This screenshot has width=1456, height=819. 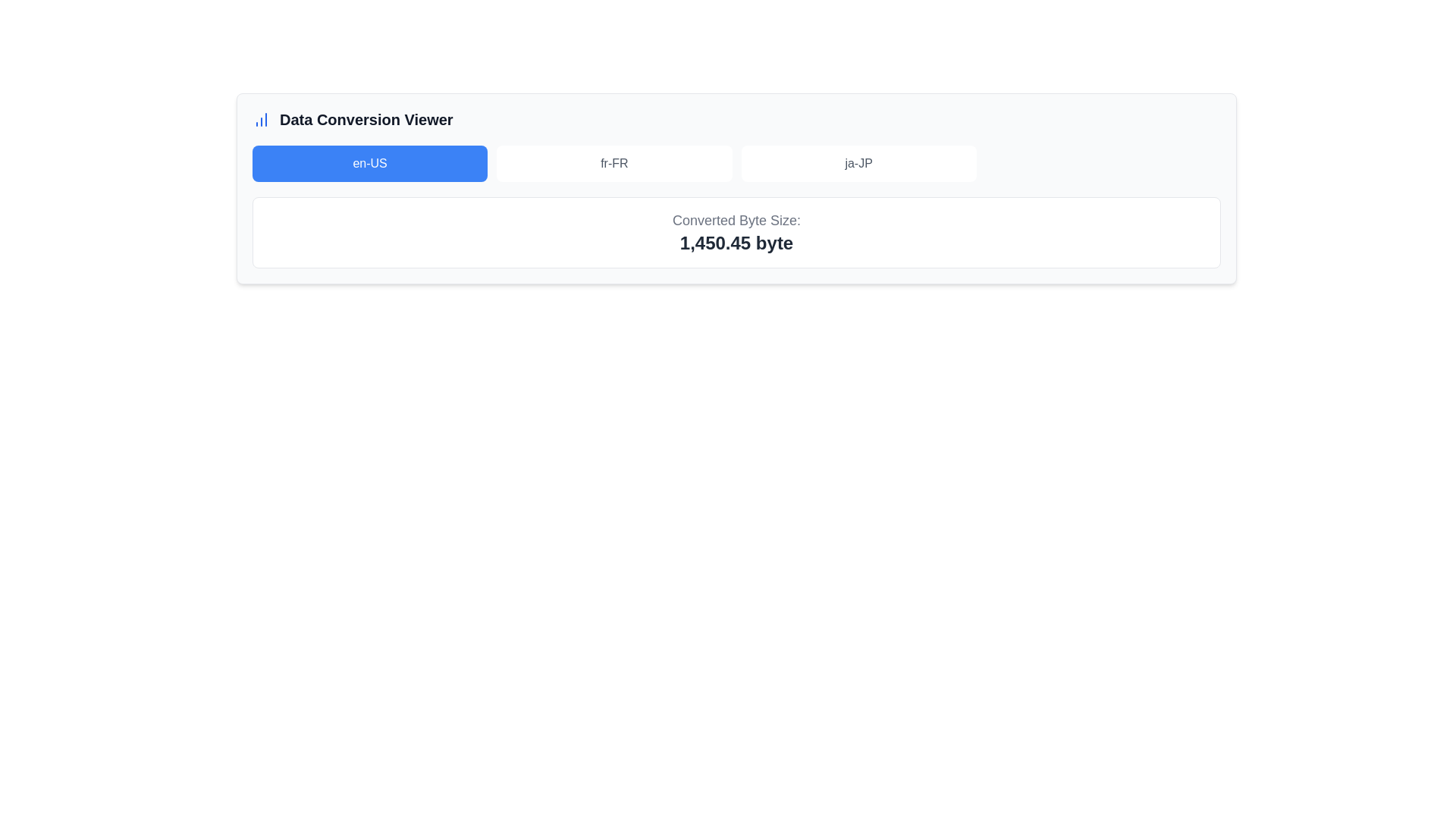 What do you see at coordinates (366, 119) in the screenshot?
I see `the 'Data Conversion Viewer' text label, which serves as a heading indicating the section's purpose and is located near the top-left corner of the interface, following a small chart icon` at bounding box center [366, 119].